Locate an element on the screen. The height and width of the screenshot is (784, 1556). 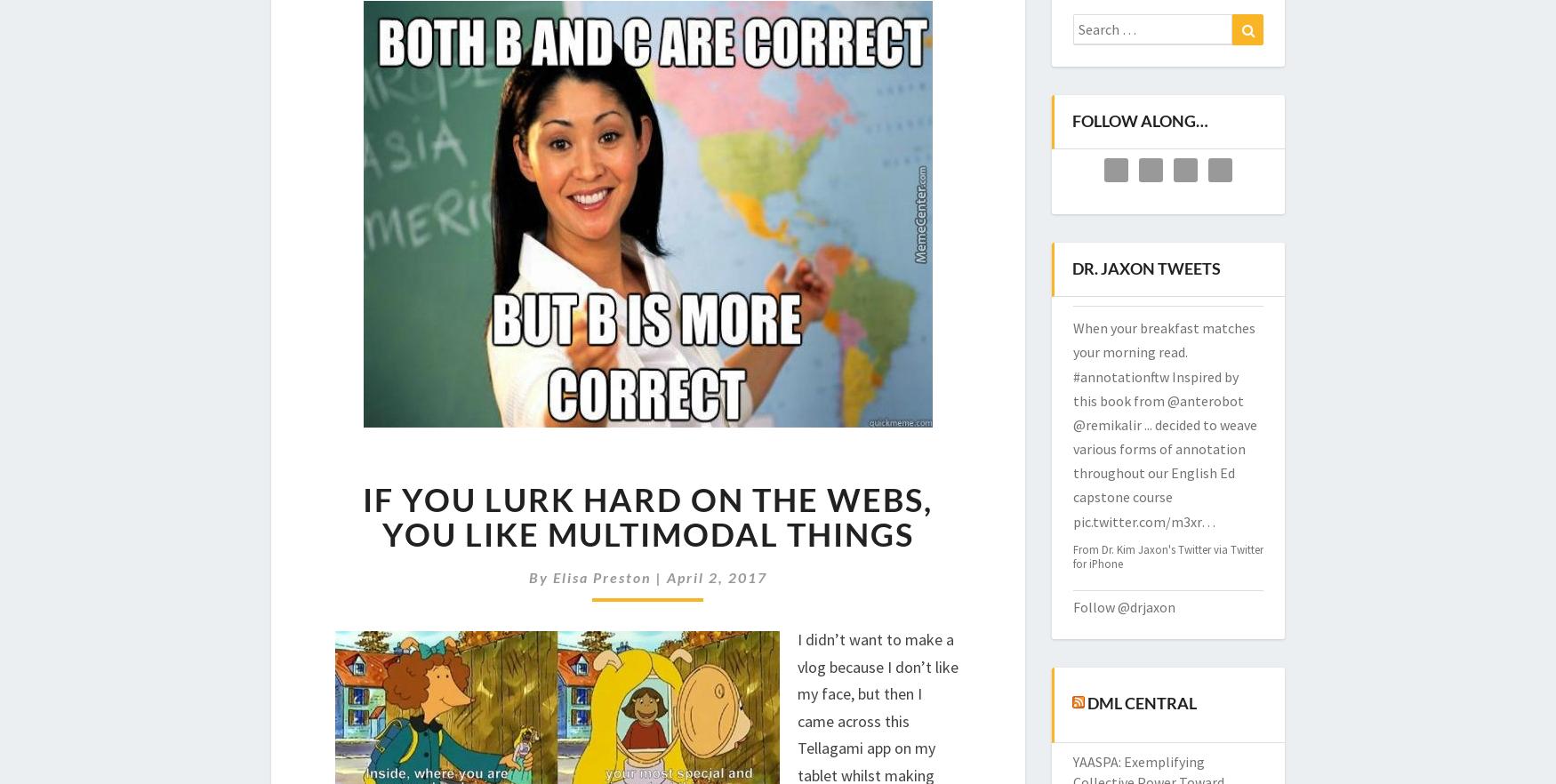
'By' is located at coordinates (540, 576).